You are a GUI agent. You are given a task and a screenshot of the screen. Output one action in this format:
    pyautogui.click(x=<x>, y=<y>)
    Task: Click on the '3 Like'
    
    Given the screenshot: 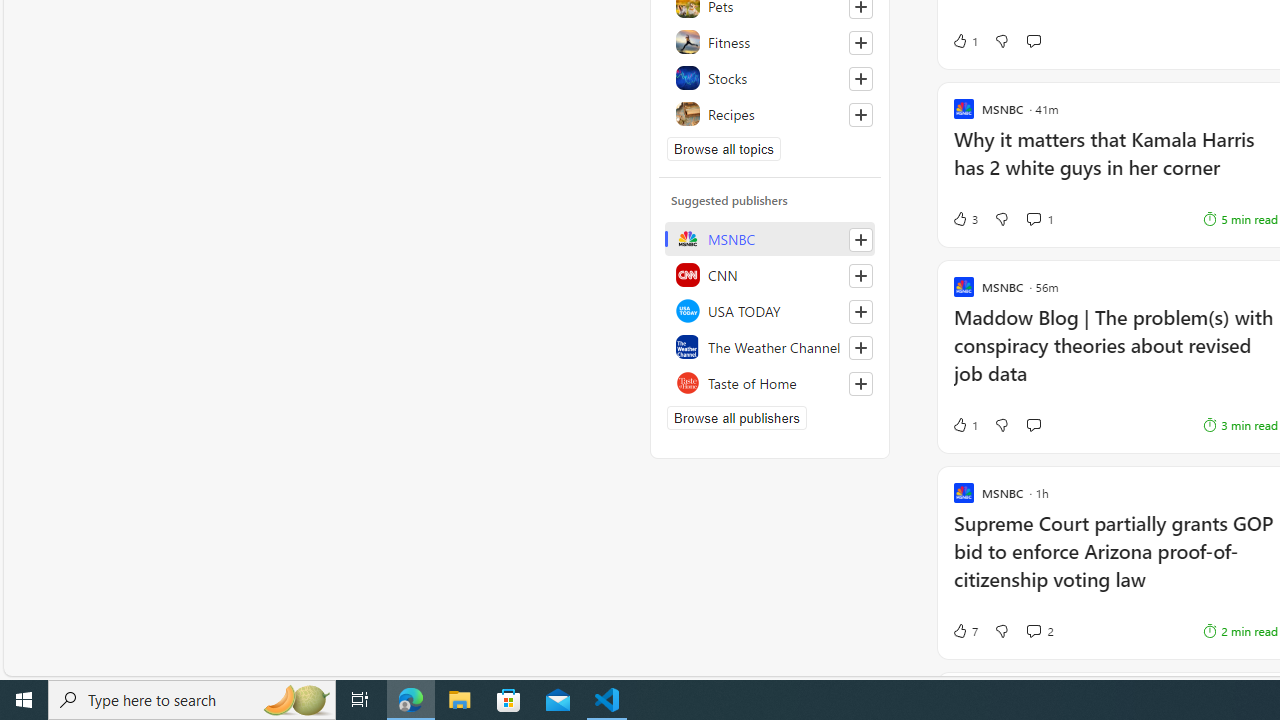 What is the action you would take?
    pyautogui.click(x=964, y=219)
    